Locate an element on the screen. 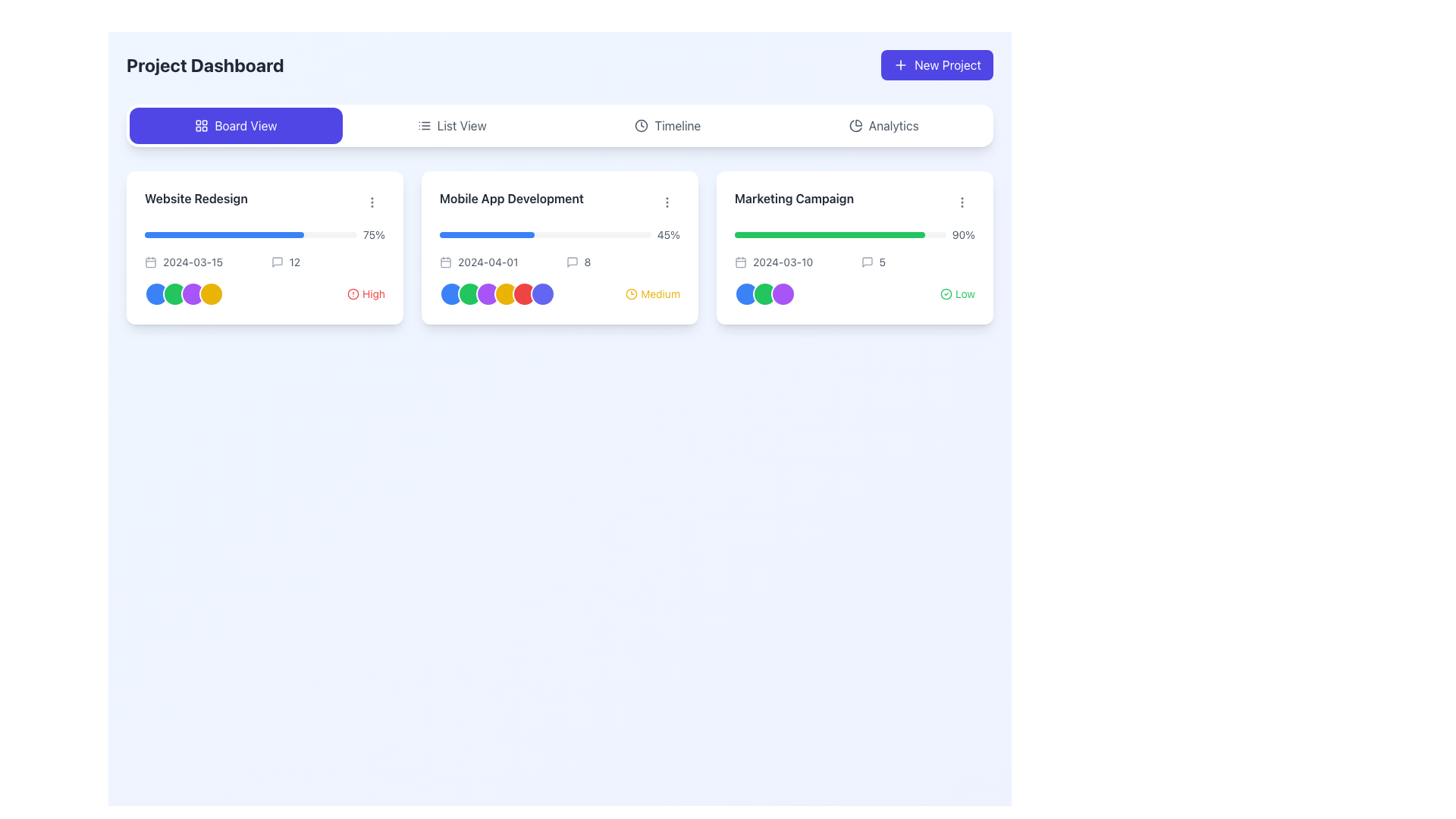  the progress percentage text label located on the right side of the progress bar within the 'Mobile App Development' card is located at coordinates (667, 234).